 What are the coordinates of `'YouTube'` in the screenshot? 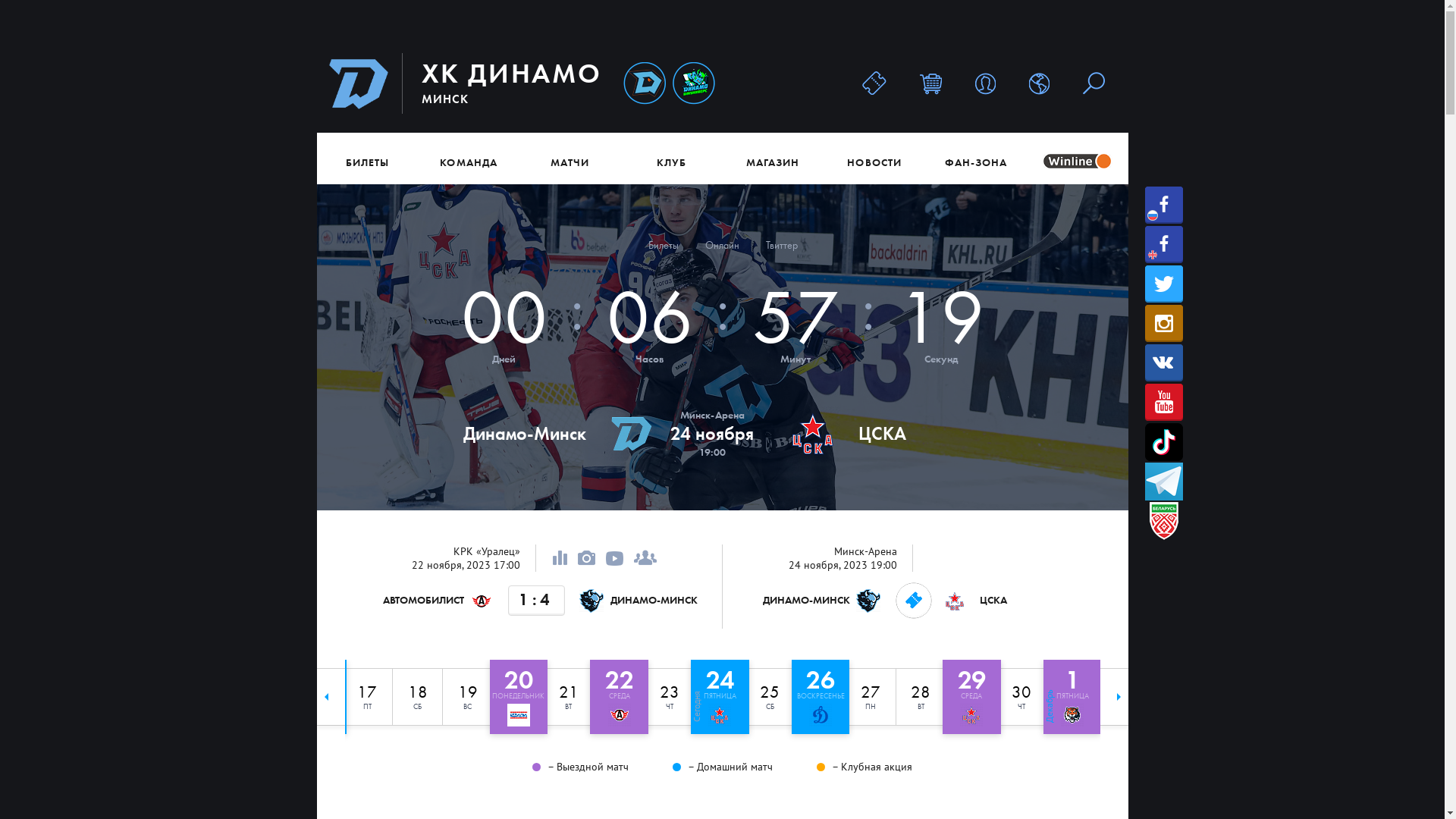 It's located at (1163, 401).